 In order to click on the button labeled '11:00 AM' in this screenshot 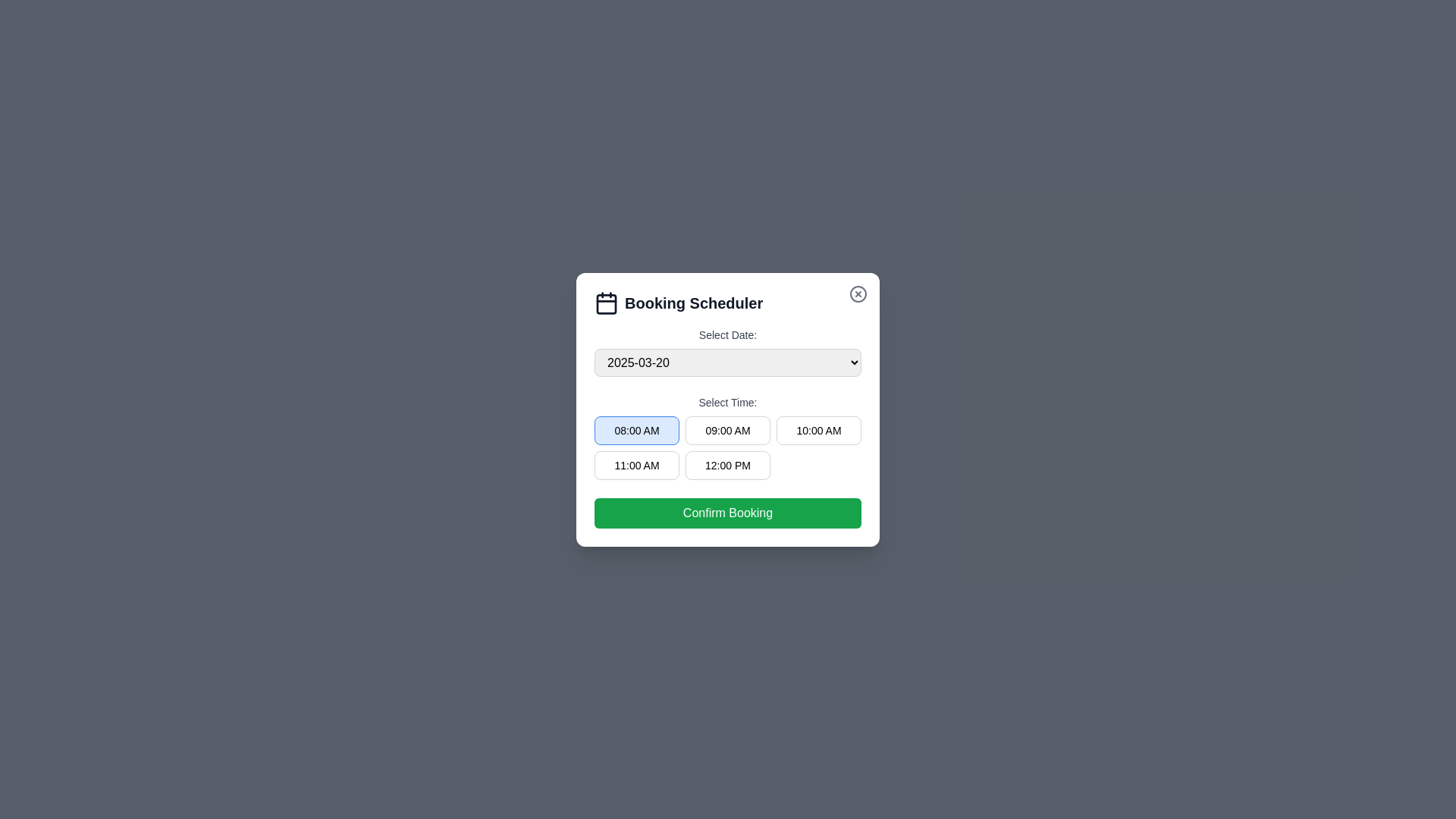, I will do `click(637, 464)`.